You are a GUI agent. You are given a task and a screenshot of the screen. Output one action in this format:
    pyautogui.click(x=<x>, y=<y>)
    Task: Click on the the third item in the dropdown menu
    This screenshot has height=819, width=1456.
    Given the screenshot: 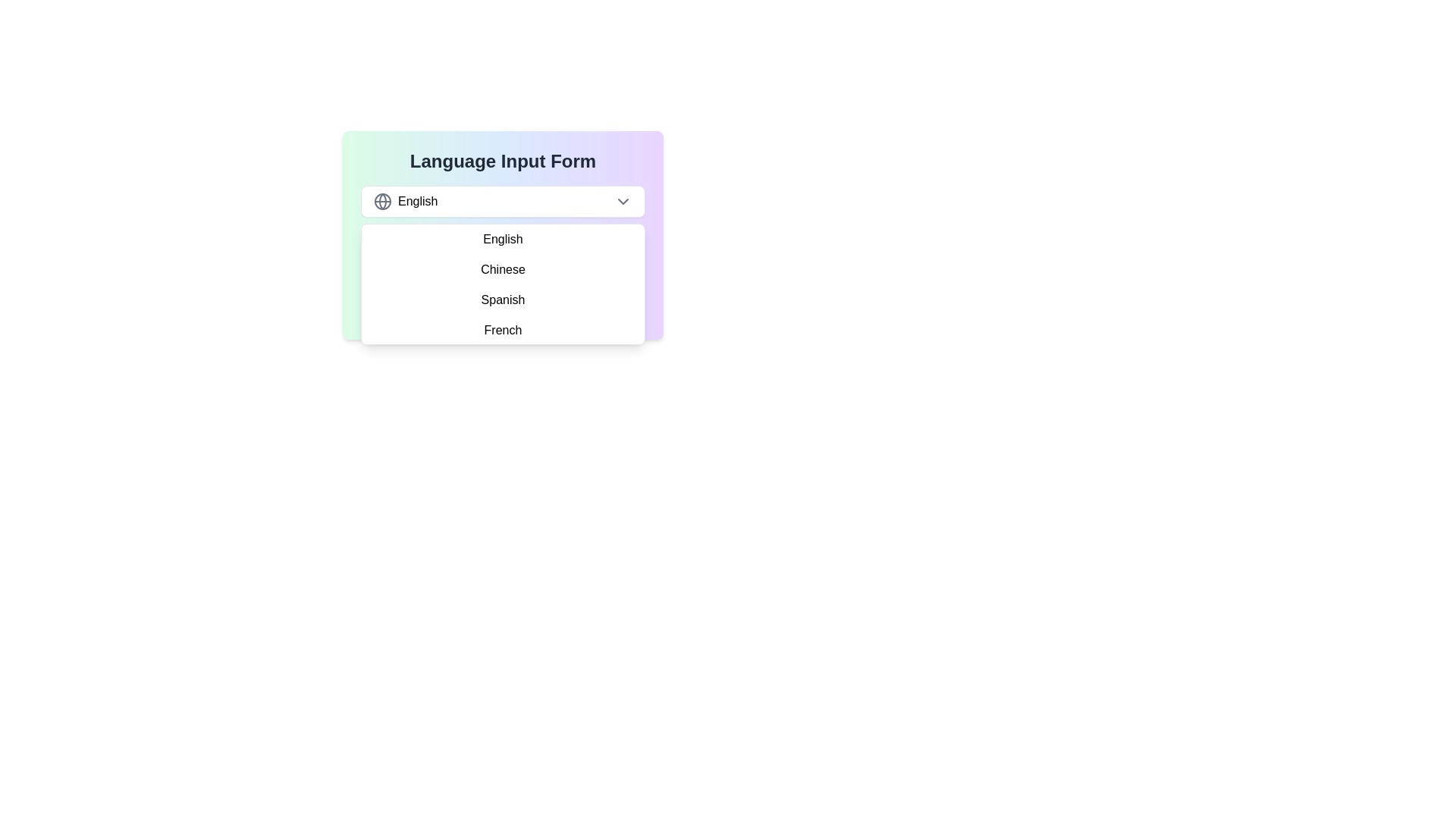 What is the action you would take?
    pyautogui.click(x=503, y=300)
    